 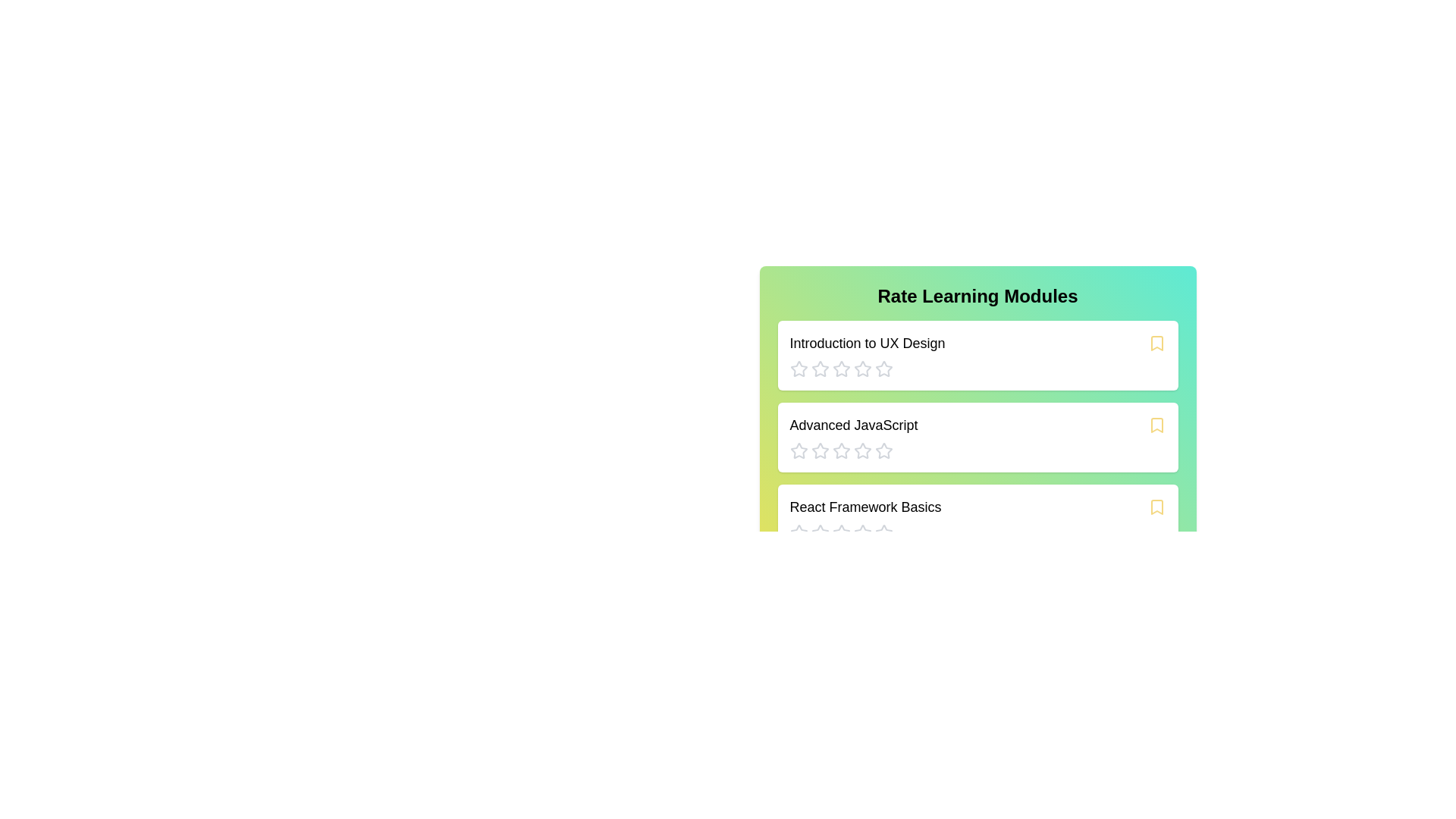 I want to click on the module card titled 'React Framework Basics' to explore its content, so click(x=977, y=519).